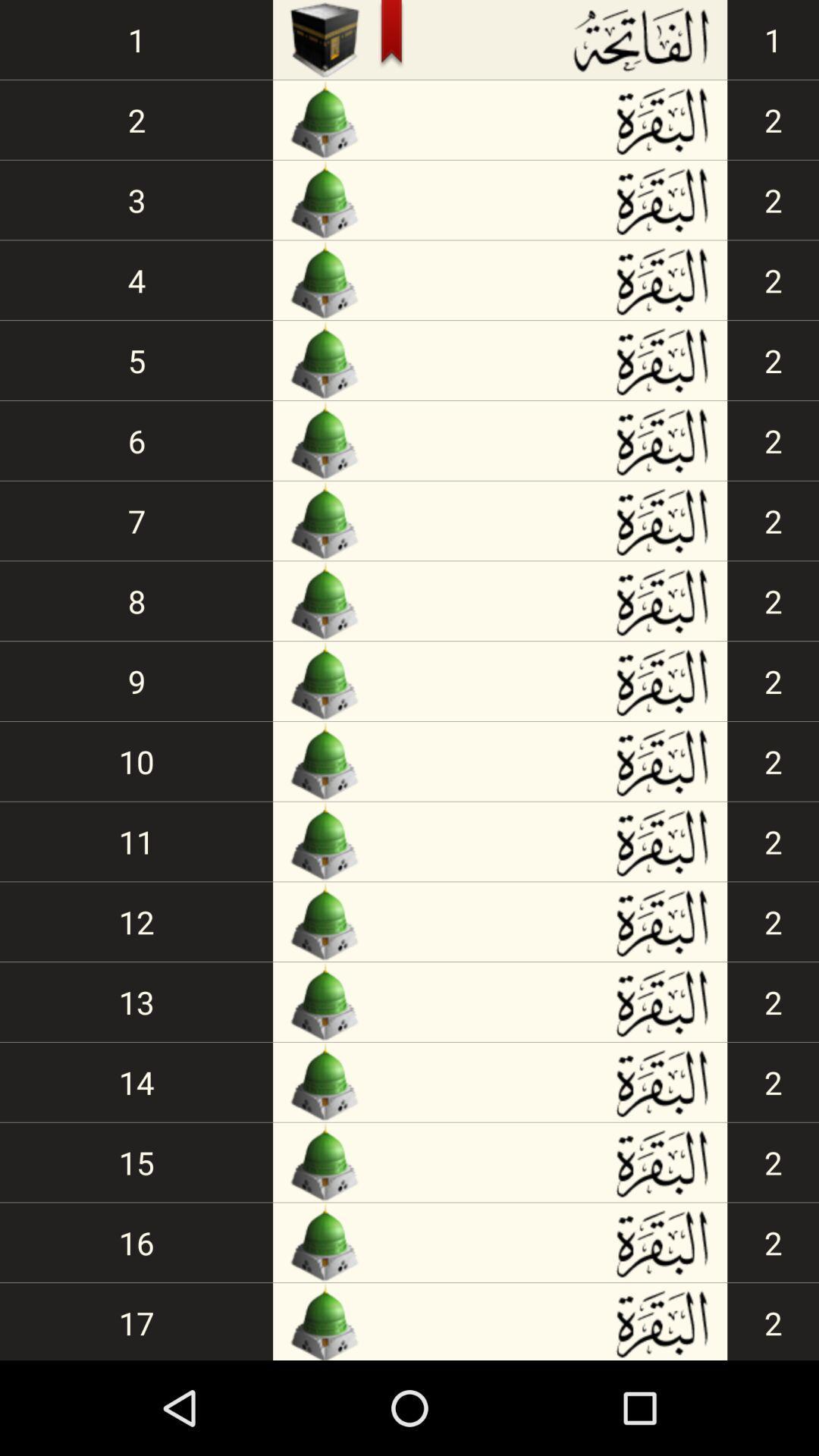  Describe the element at coordinates (136, 680) in the screenshot. I see `the 9` at that location.